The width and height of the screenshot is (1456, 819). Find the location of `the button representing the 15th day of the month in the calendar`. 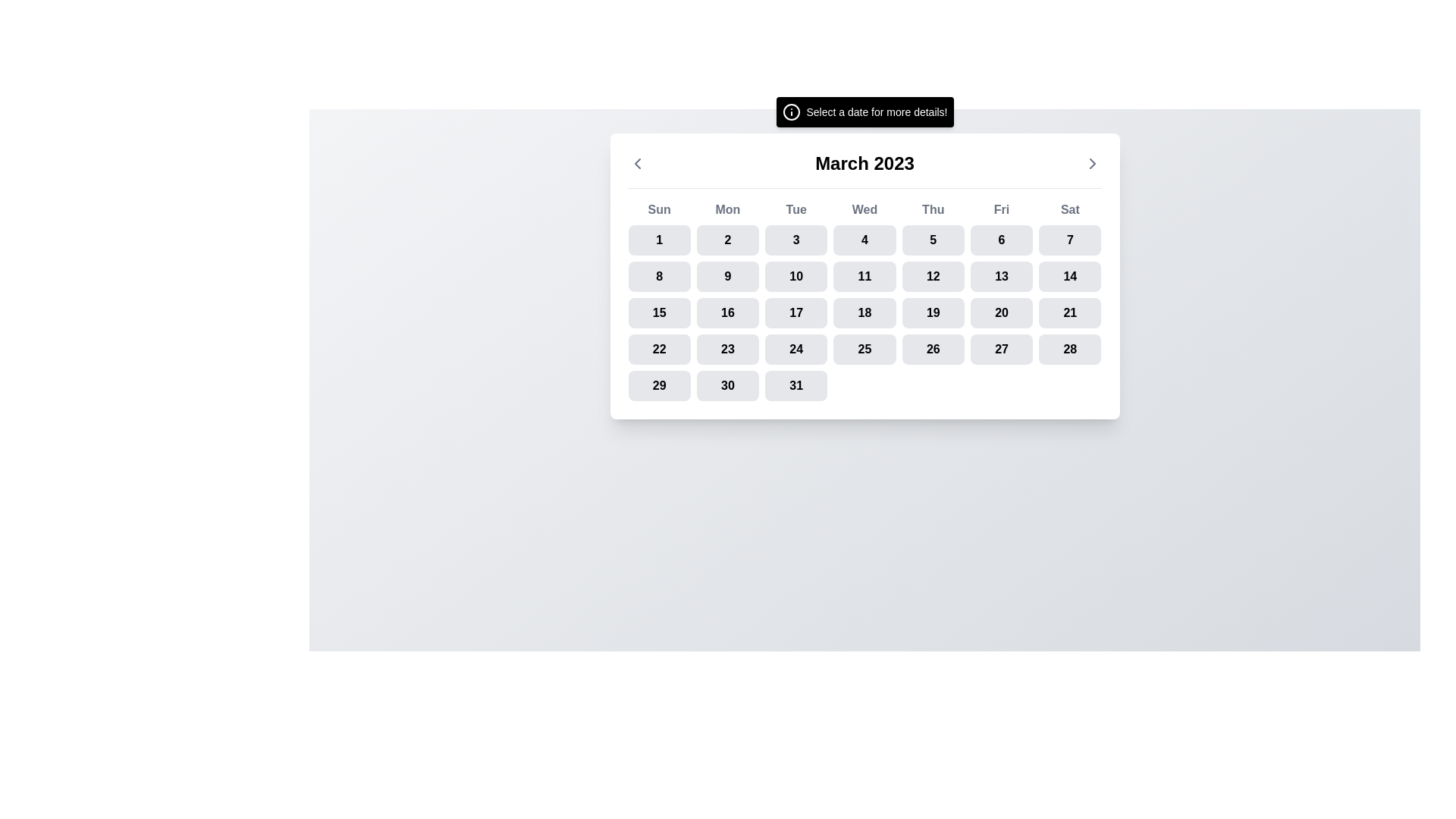

the button representing the 15th day of the month in the calendar is located at coordinates (659, 312).